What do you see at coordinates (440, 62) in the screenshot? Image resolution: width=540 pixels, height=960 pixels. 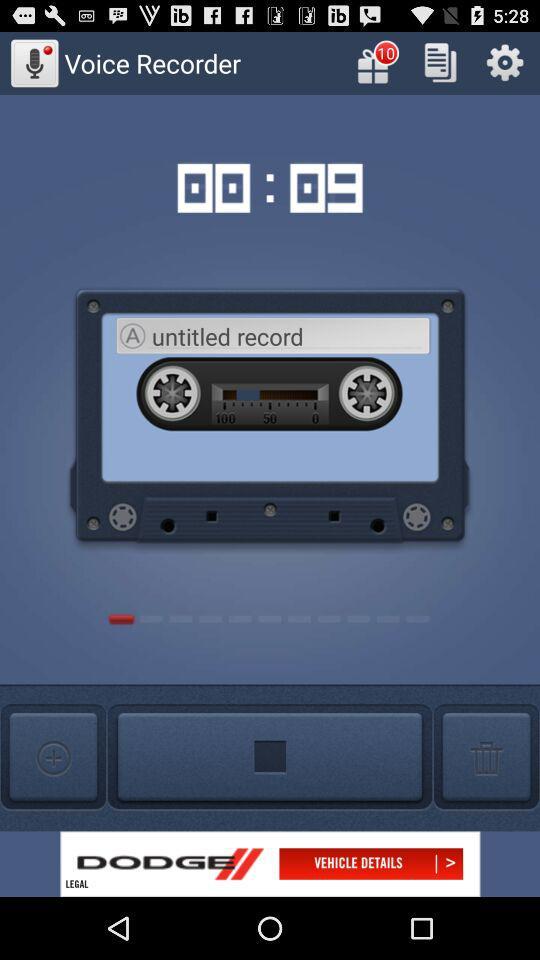 I see `copy the info` at bounding box center [440, 62].